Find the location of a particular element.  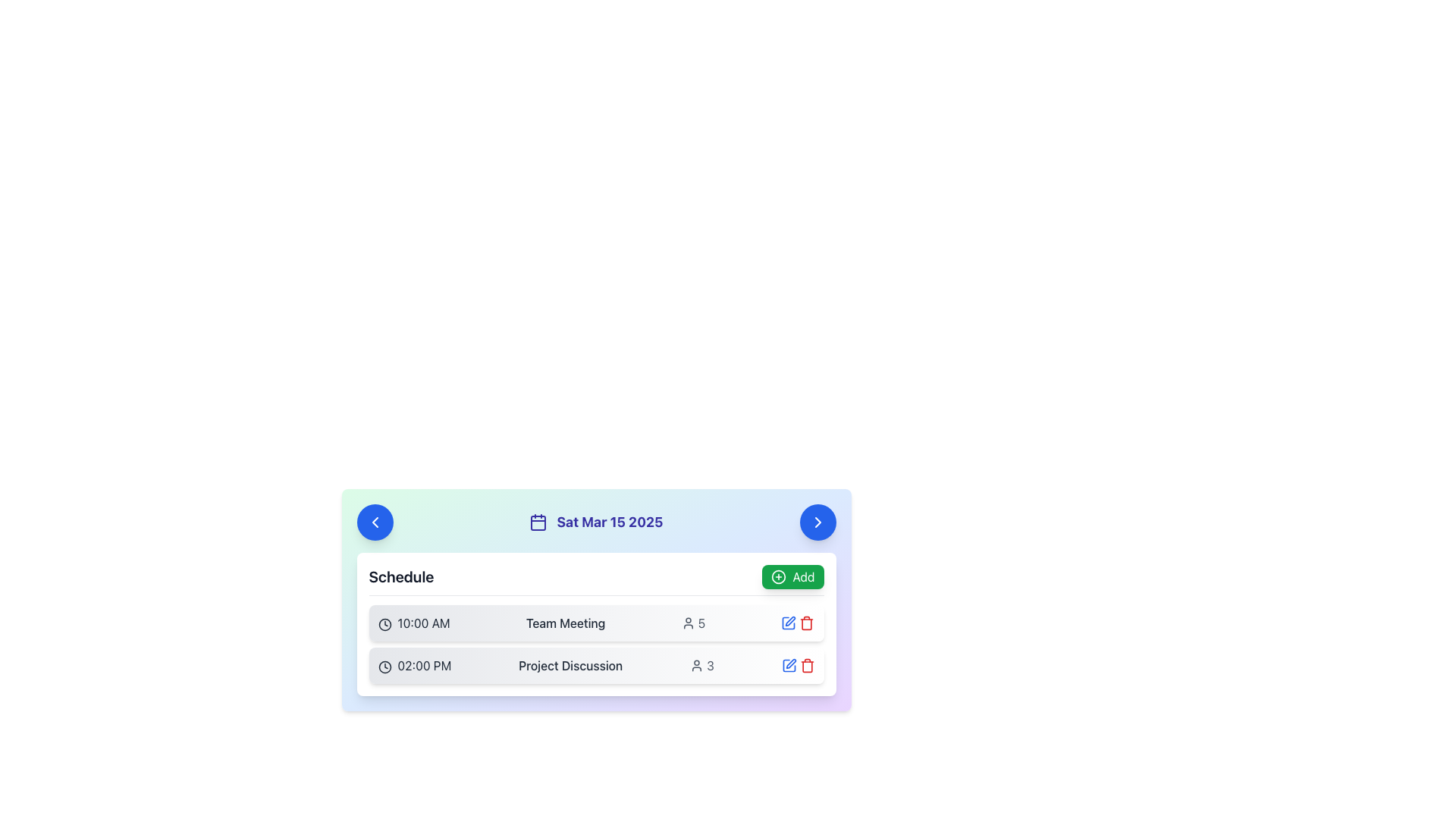

the right arrow icon within the circular button located at the top-right corner of the schedule card is located at coordinates (817, 522).